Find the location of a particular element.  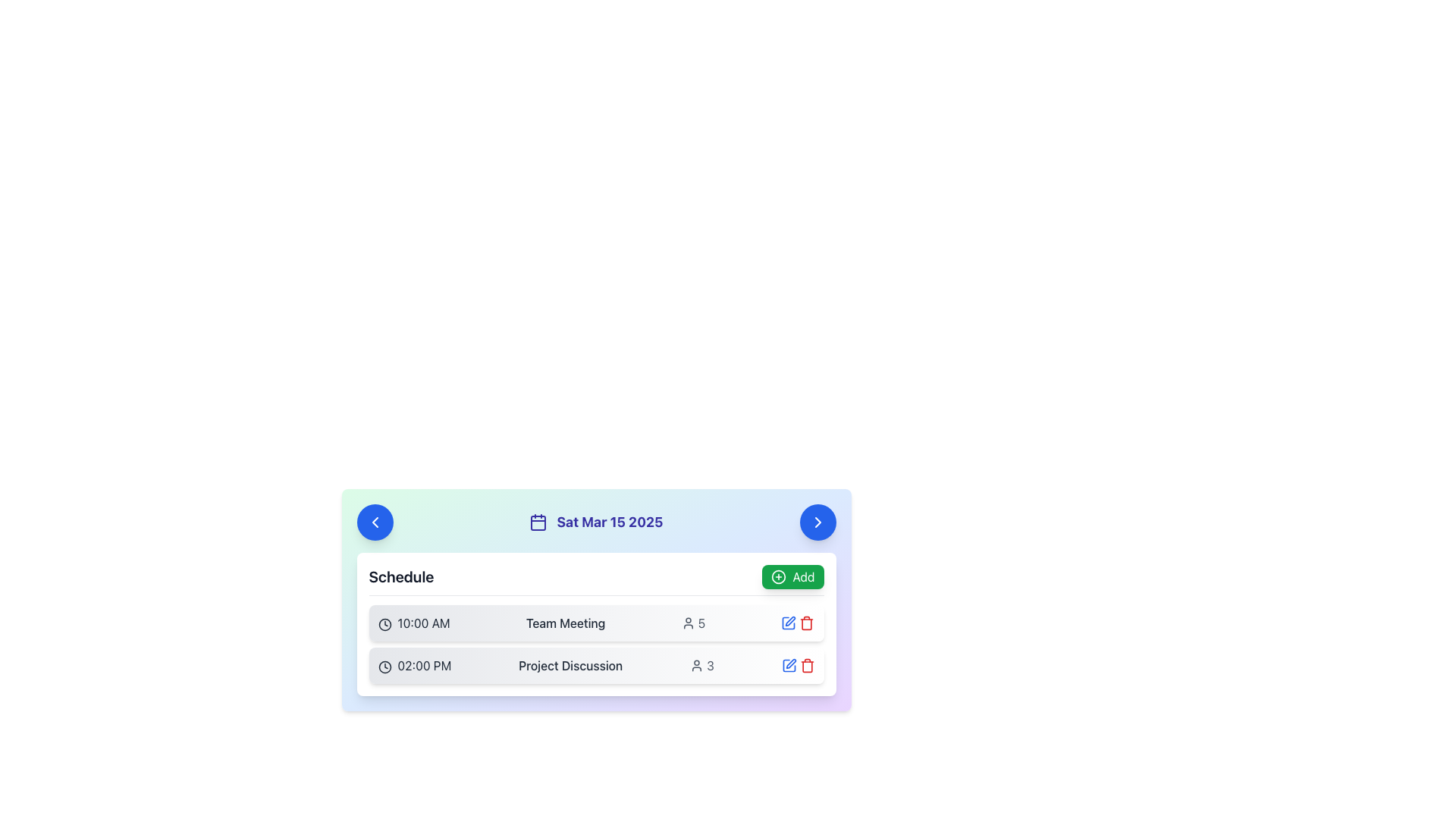

the right arrow icon within the circular button located at the top-right corner of the schedule card is located at coordinates (817, 522).